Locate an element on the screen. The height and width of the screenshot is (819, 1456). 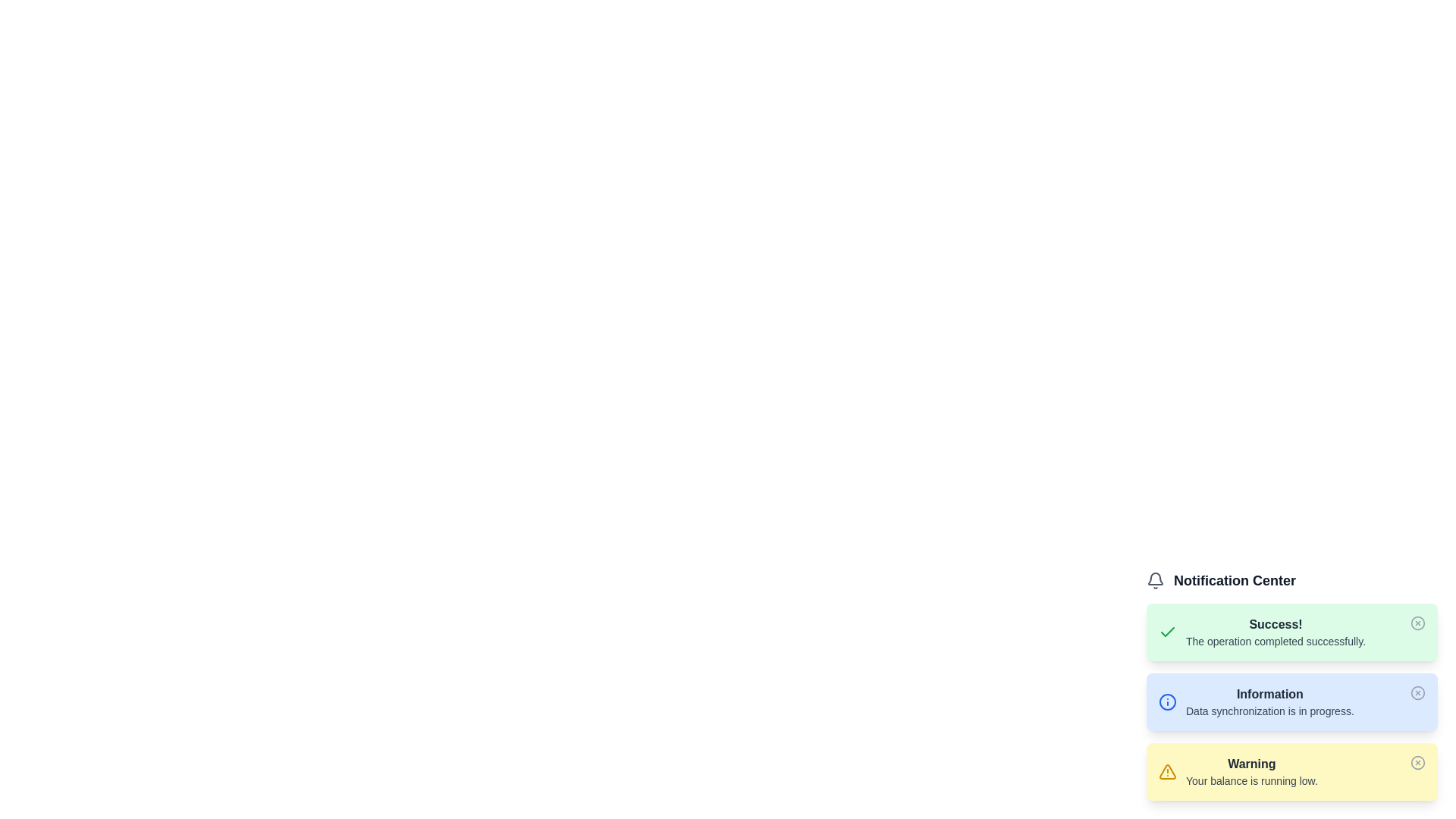
the Text Label indicating successful completion of an operation in the Notification Center, which is located within the green notification card is located at coordinates (1275, 632).